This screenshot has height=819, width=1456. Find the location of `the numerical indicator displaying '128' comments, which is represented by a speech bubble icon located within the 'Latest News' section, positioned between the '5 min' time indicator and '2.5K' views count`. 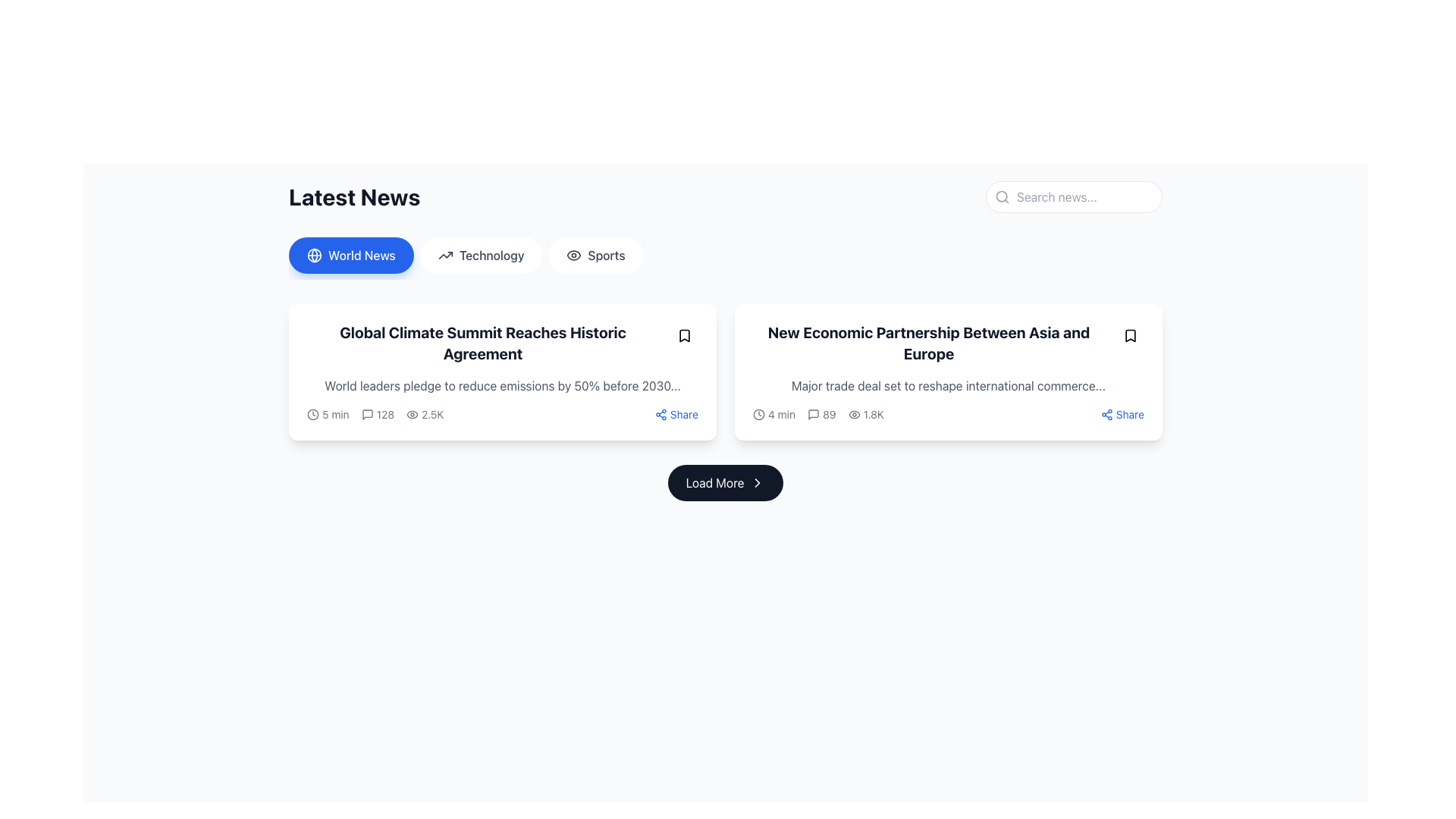

the numerical indicator displaying '128' comments, which is represented by a speech bubble icon located within the 'Latest News' section, positioned between the '5 min' time indicator and '2.5K' views count is located at coordinates (378, 415).